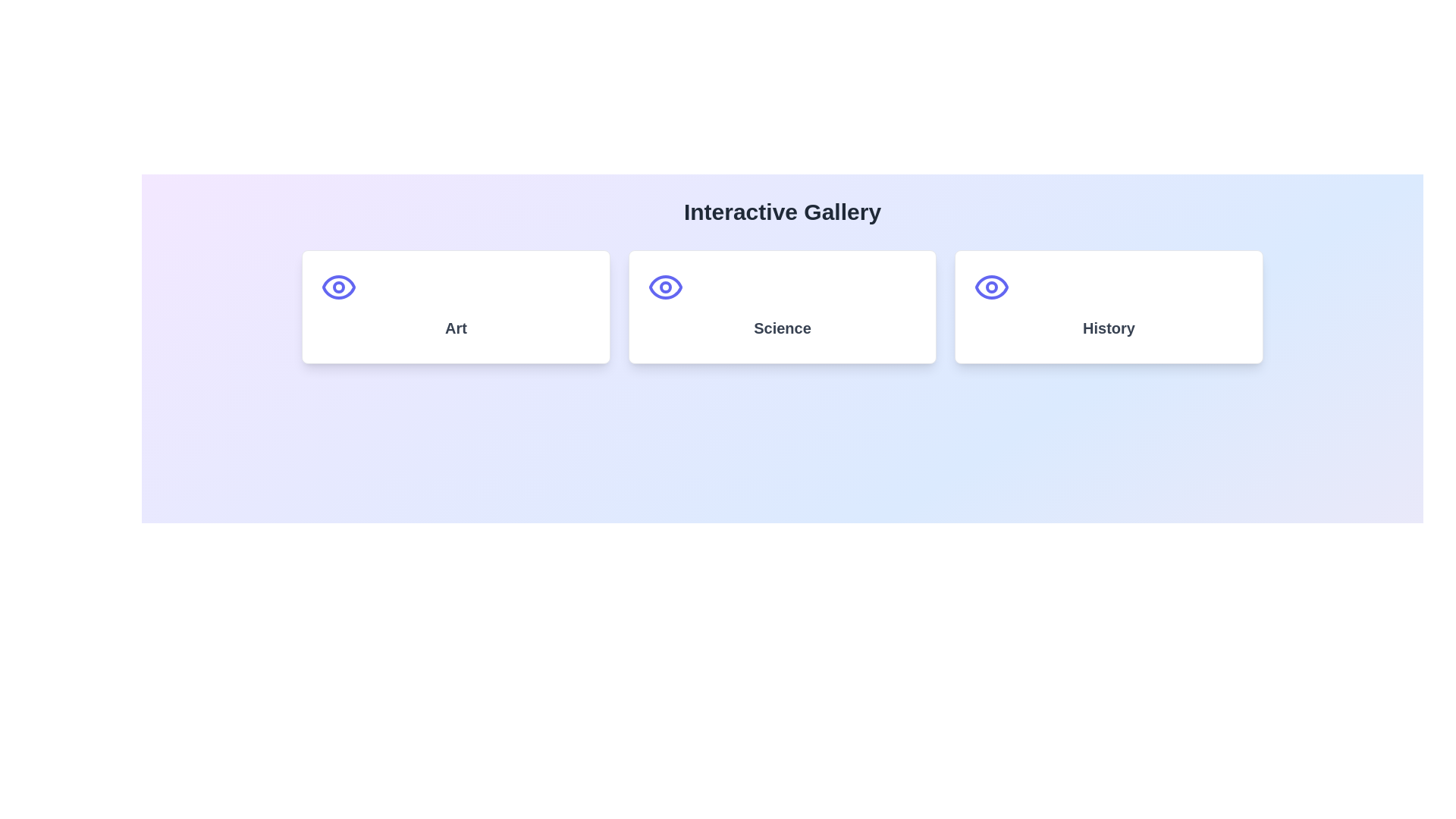 This screenshot has width=1456, height=819. I want to click on the 'History' text label, which serves as a title for its card in the 'Interactive Gallery' section, located below an eye-shaped icon, so click(1109, 327).